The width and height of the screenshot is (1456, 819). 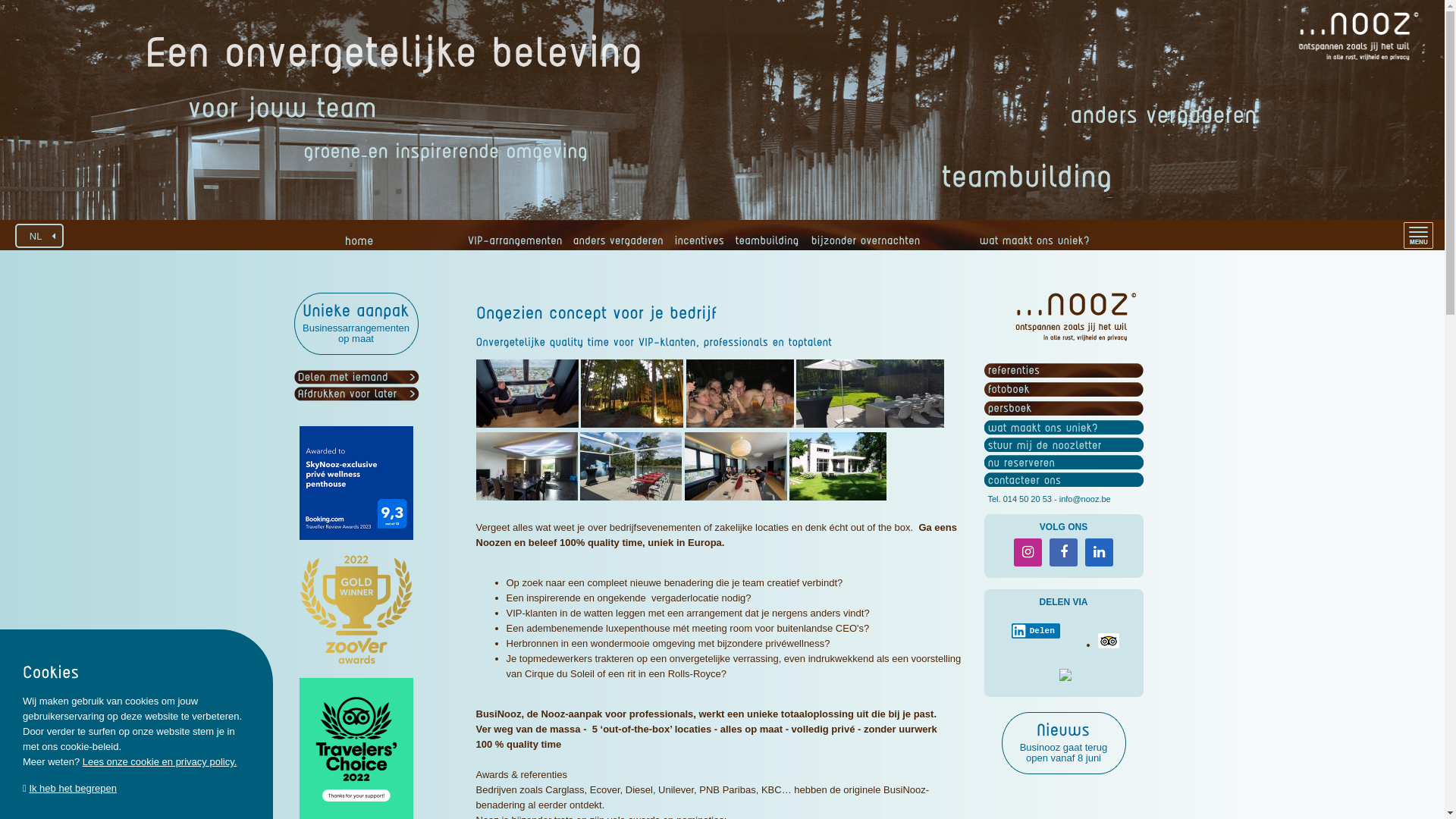 I want to click on 'stuur mij de noozletter', so click(x=1043, y=444).